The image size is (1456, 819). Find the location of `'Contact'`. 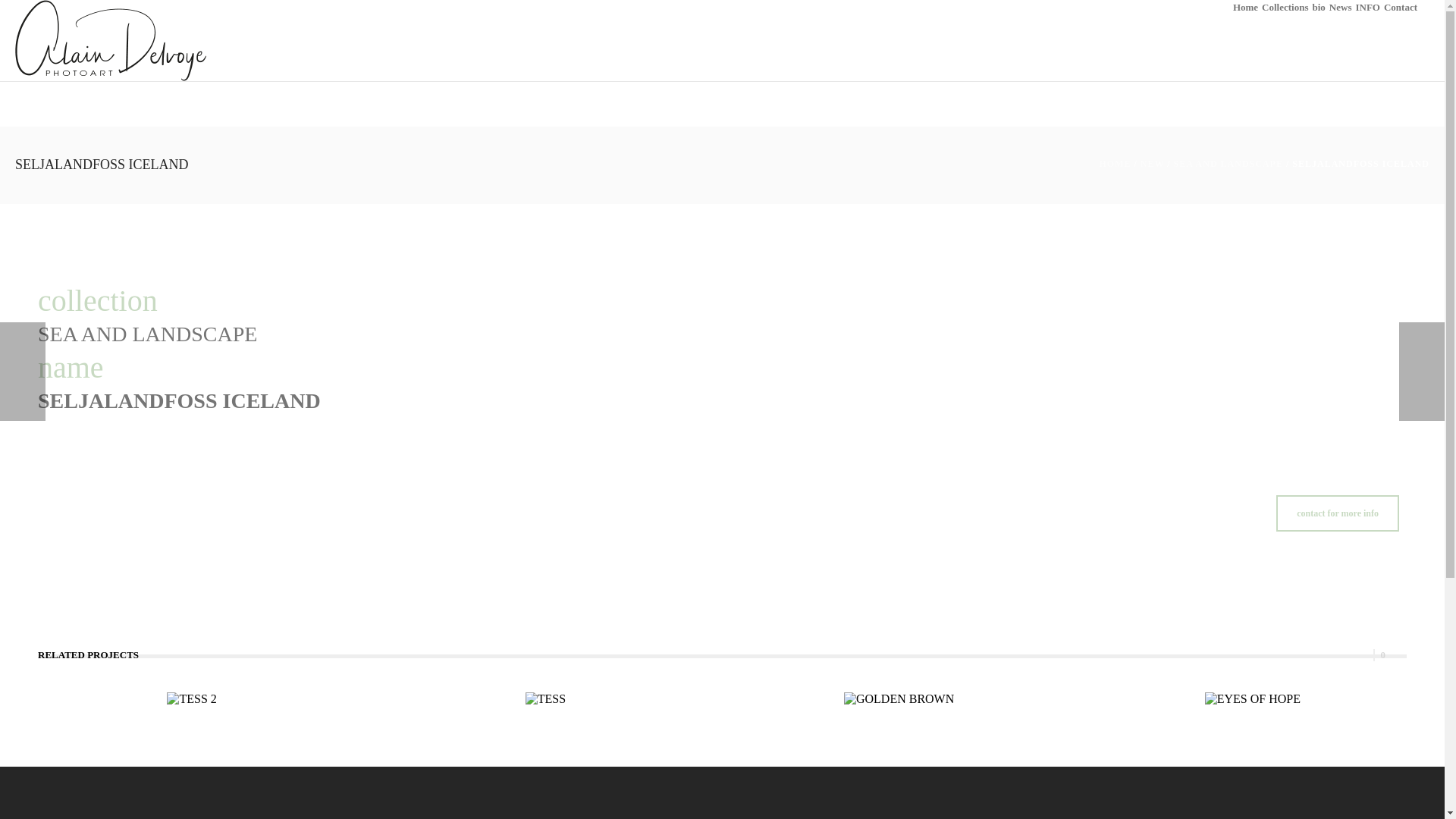

'Contact' is located at coordinates (1383, 8).